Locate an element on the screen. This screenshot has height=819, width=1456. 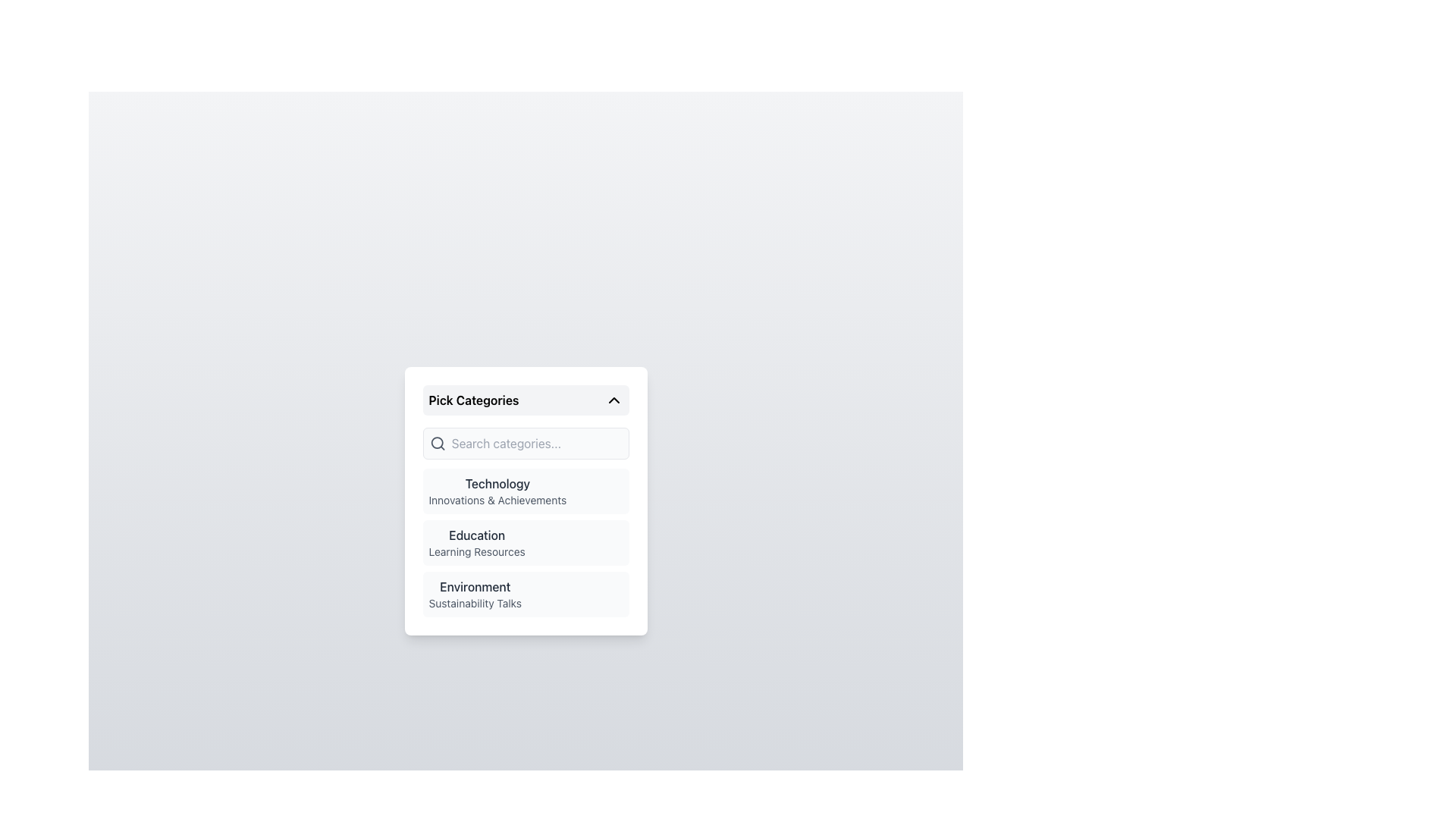
the 'Technology' category section within the light-colored card titled 'Pick Categories' is located at coordinates (526, 500).